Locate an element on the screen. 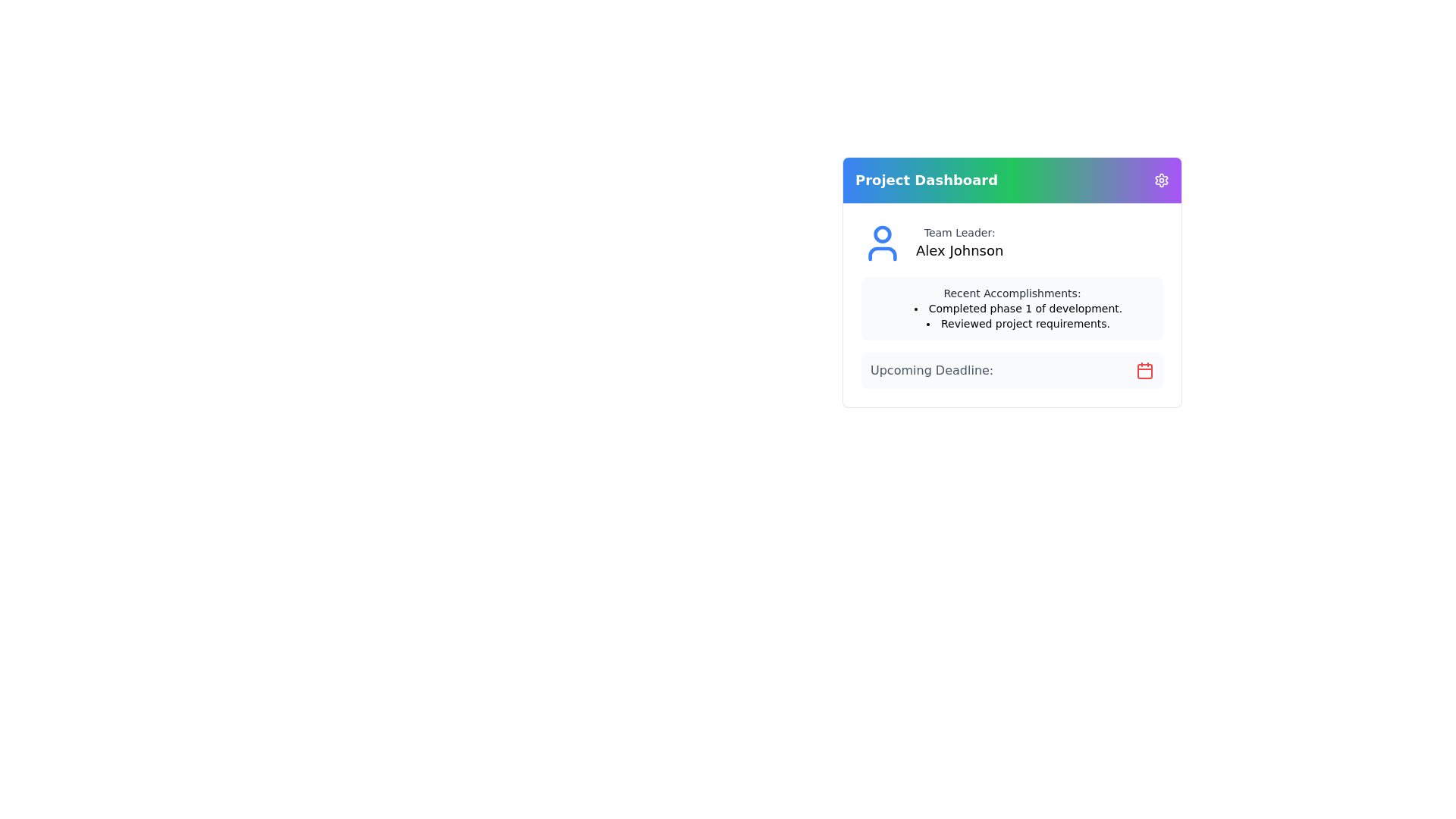 This screenshot has height=819, width=1456. the Informational Section located in the middle segment of the 'Project Dashboard' card, which displays recent accomplishments and is positioned below the team leader section ('Alex Johnson') is located at coordinates (1012, 308).